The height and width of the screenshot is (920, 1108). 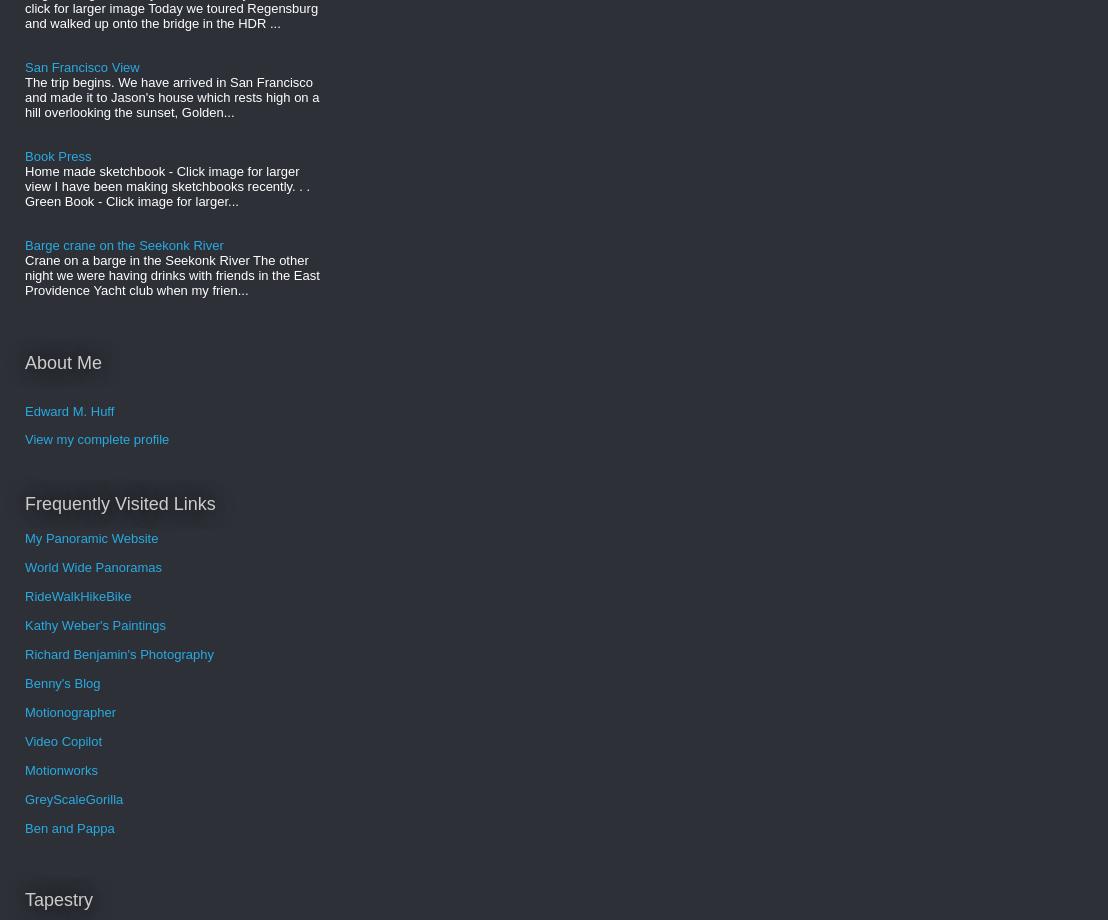 What do you see at coordinates (62, 740) in the screenshot?
I see `'Video Copilot'` at bounding box center [62, 740].